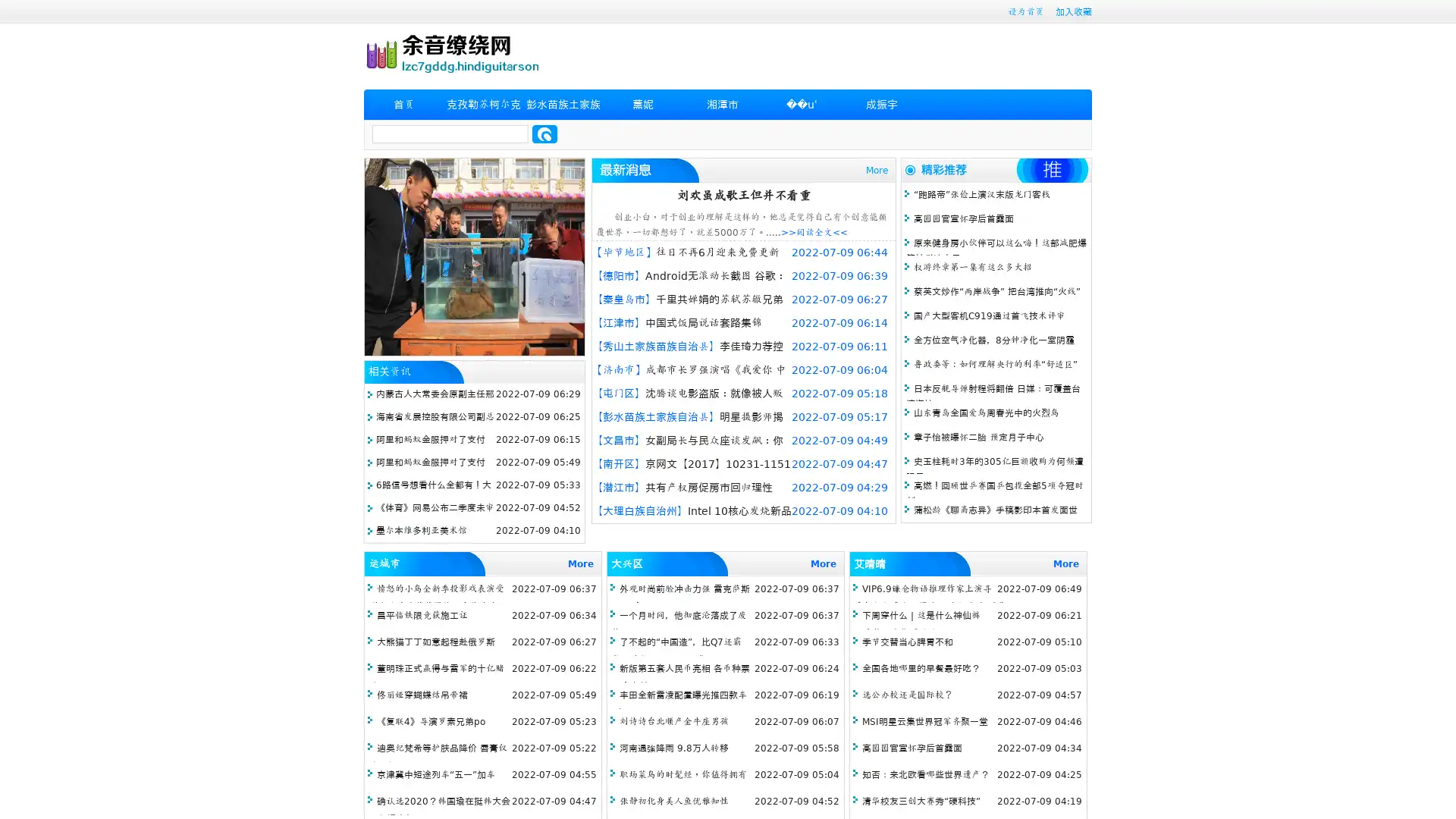 The height and width of the screenshot is (819, 1456). What do you see at coordinates (544, 133) in the screenshot?
I see `Search` at bounding box center [544, 133].